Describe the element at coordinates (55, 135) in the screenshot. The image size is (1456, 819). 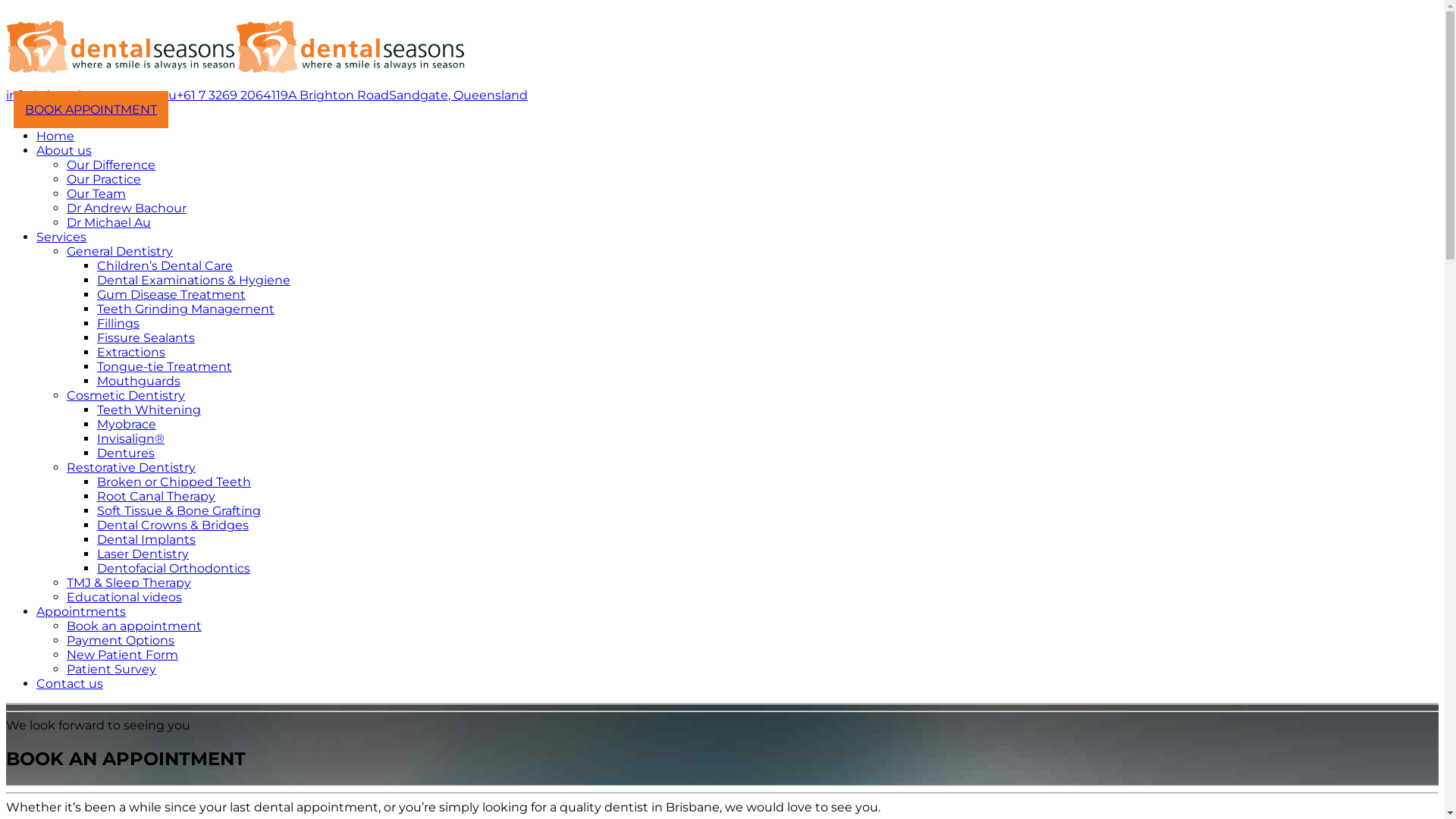
I see `'Home'` at that location.